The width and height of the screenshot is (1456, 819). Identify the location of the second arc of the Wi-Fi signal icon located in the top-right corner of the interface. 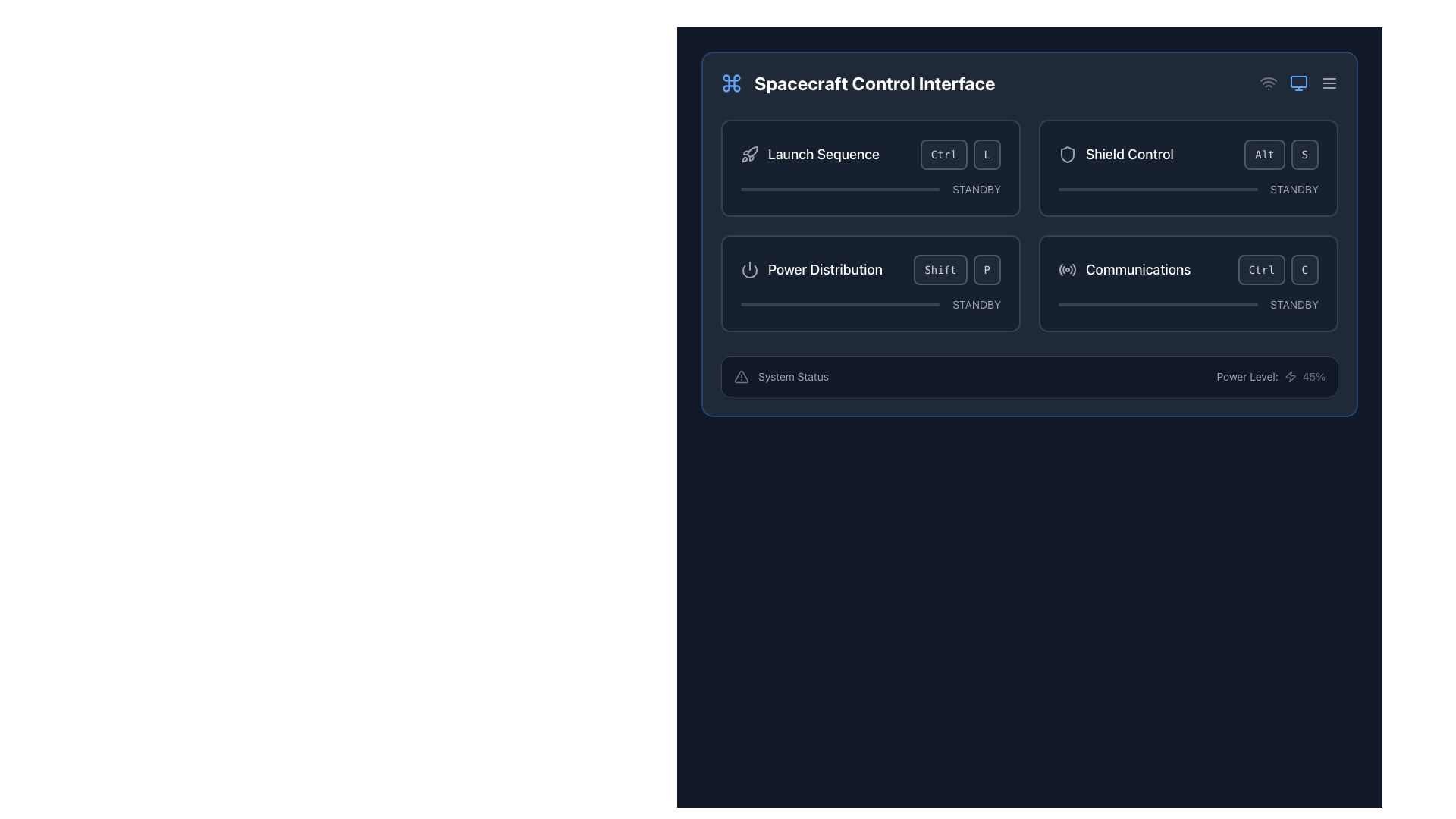
(1269, 79).